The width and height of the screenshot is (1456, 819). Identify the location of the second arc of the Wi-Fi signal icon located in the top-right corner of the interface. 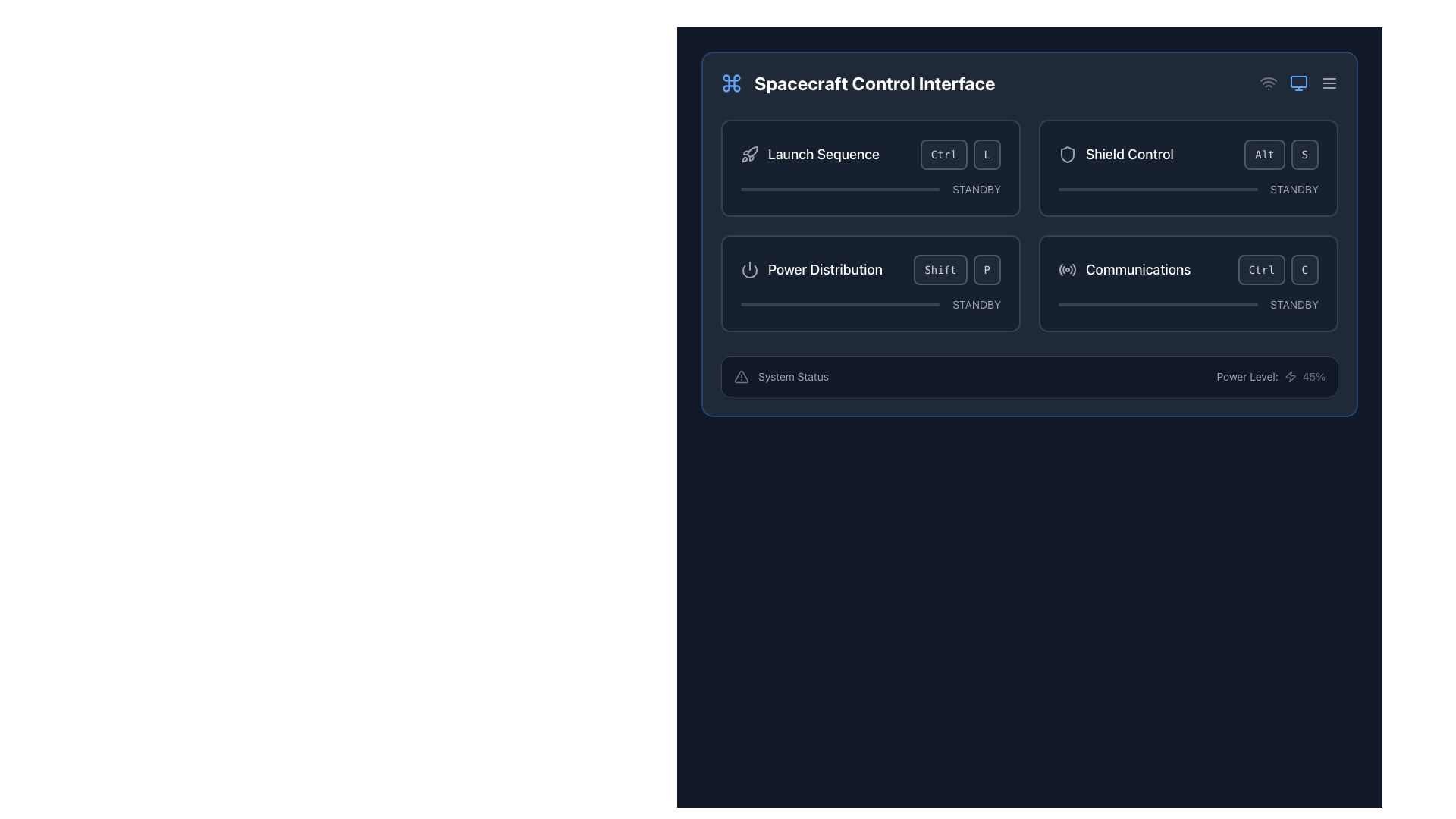
(1269, 79).